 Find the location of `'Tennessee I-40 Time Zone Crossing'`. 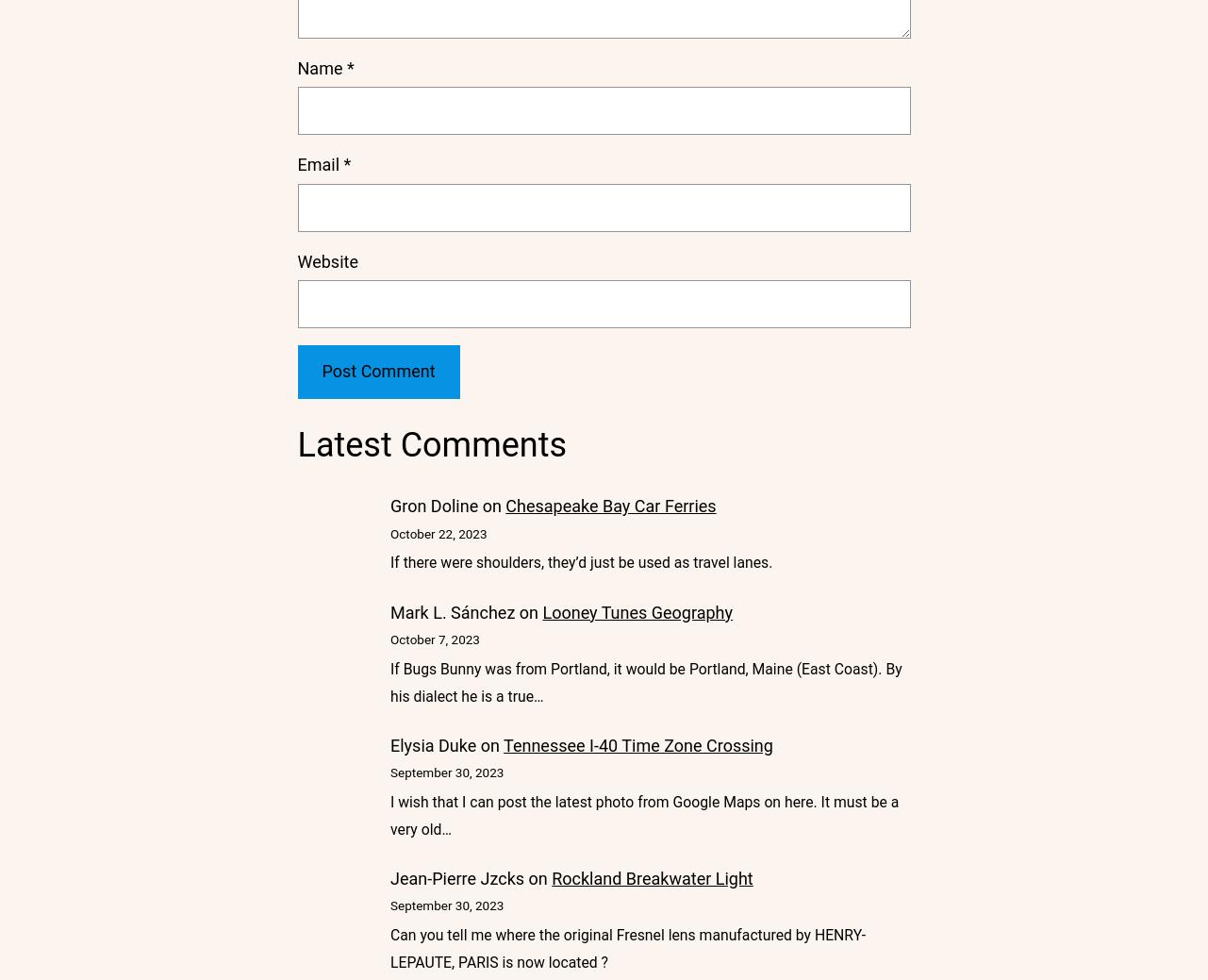

'Tennessee I-40 Time Zone Crossing' is located at coordinates (637, 743).